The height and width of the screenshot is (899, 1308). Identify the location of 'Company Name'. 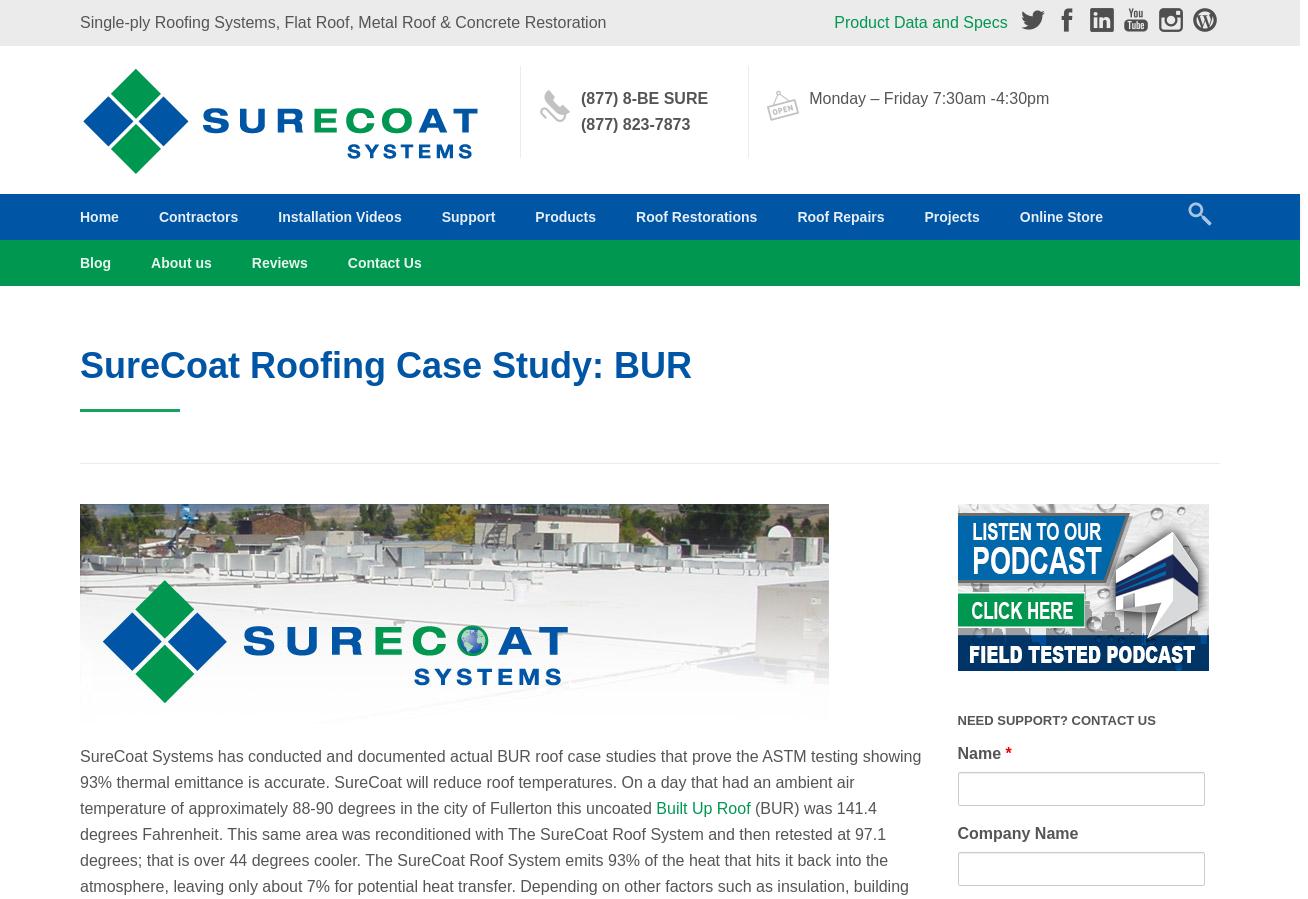
(1017, 832).